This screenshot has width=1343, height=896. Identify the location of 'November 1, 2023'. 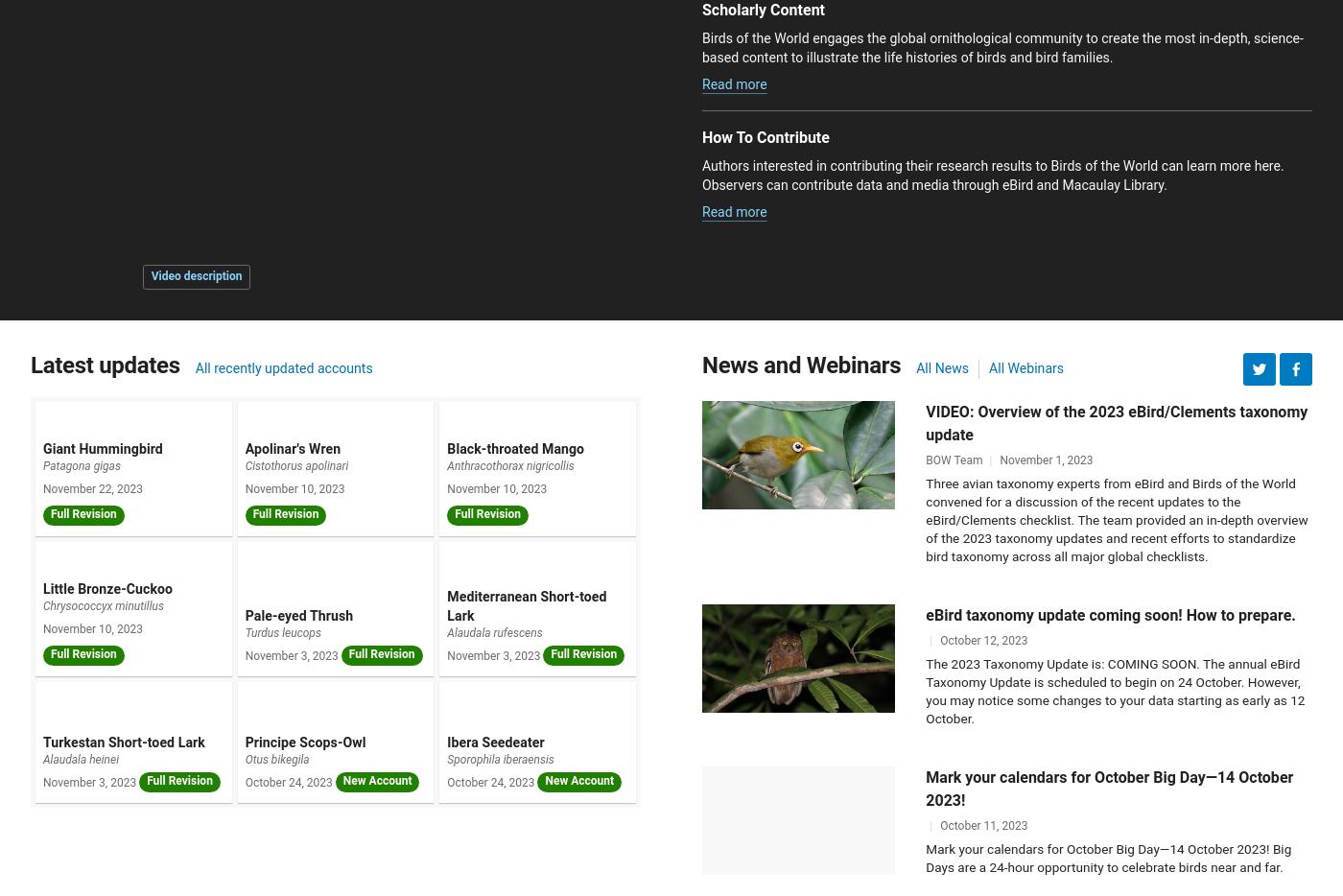
(1046, 458).